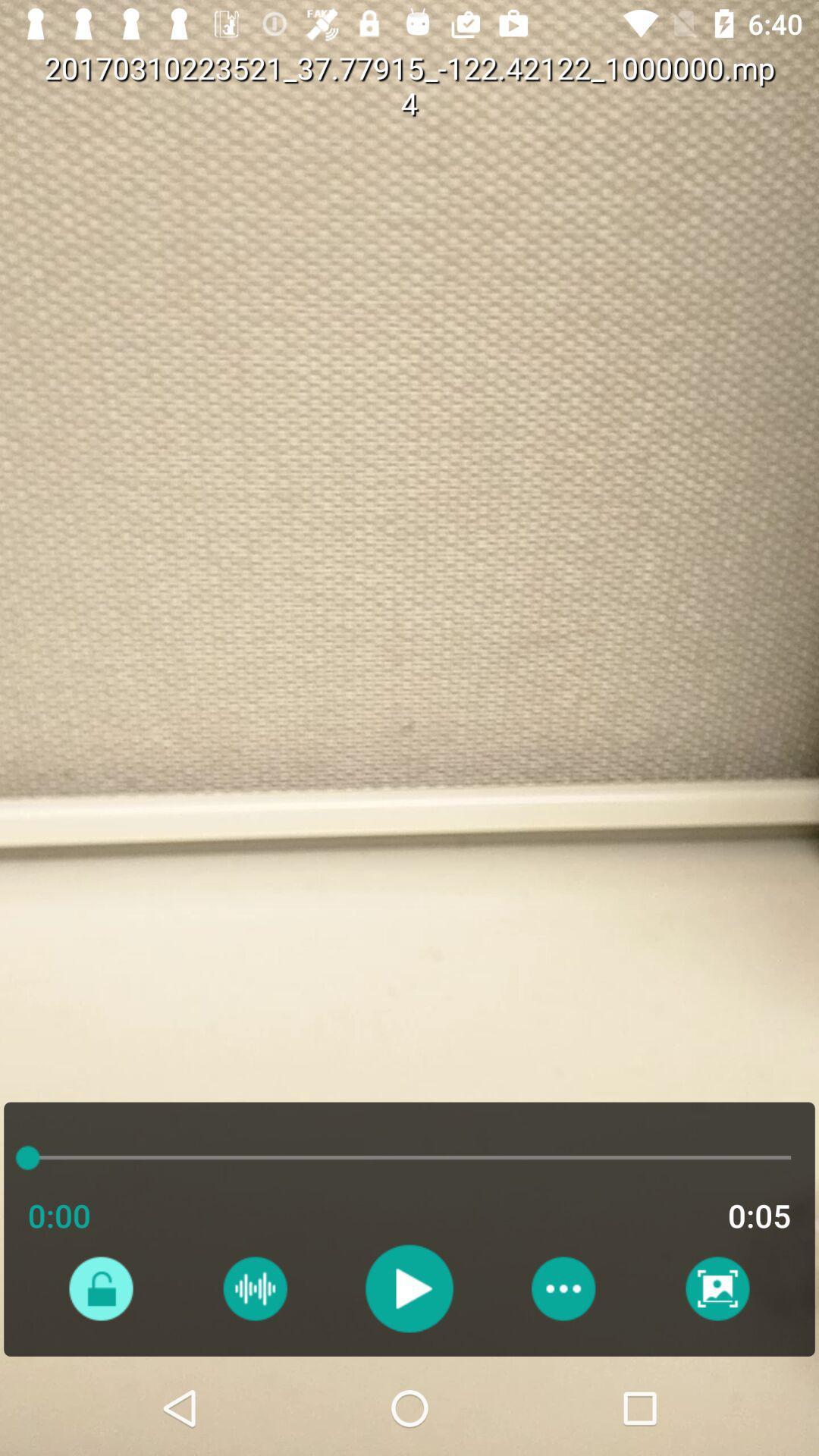 The image size is (819, 1456). What do you see at coordinates (101, 1288) in the screenshot?
I see `the lock icon` at bounding box center [101, 1288].